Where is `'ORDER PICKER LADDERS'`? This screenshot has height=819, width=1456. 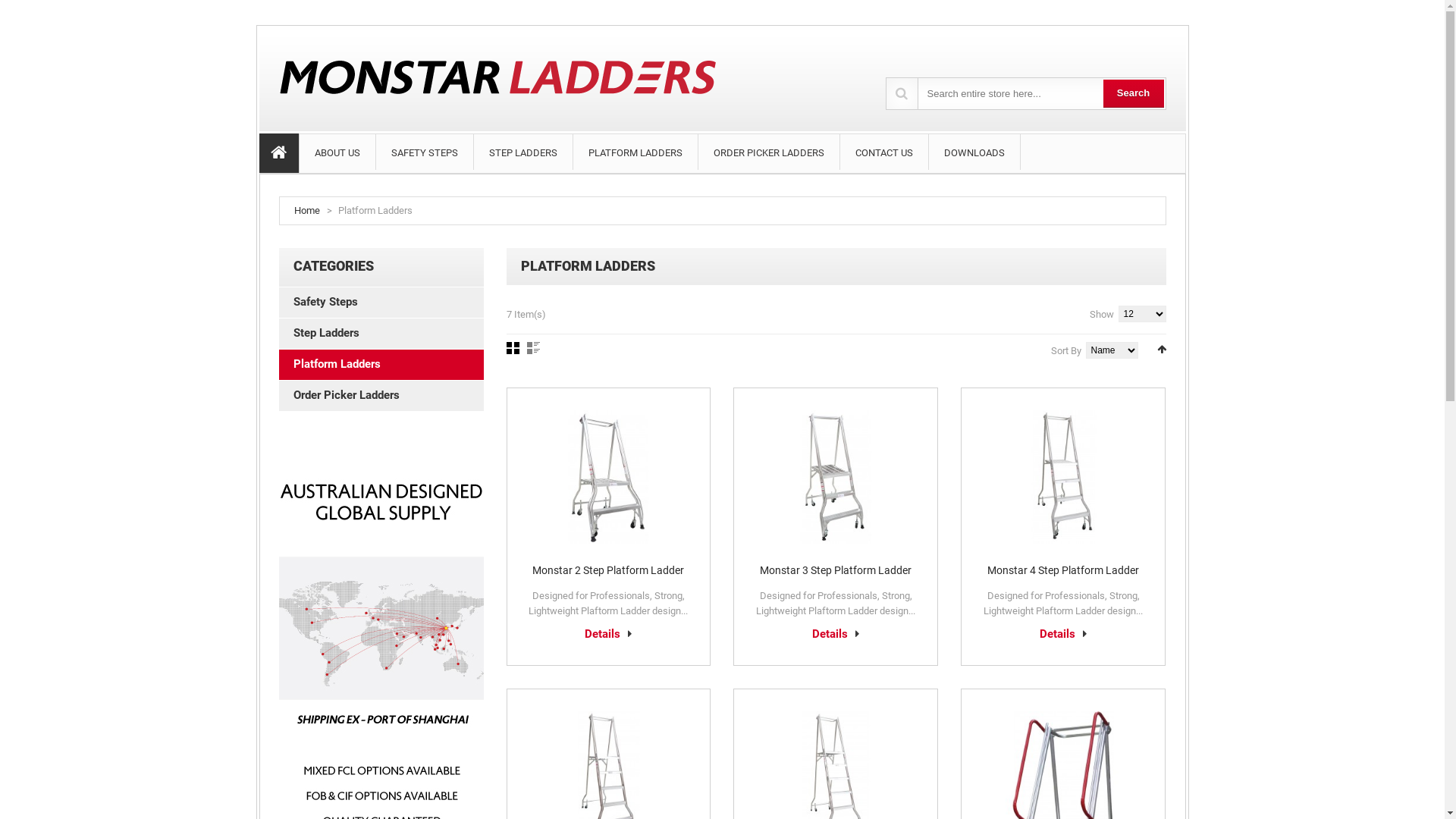 'ORDER PICKER LADDERS' is located at coordinates (767, 152).